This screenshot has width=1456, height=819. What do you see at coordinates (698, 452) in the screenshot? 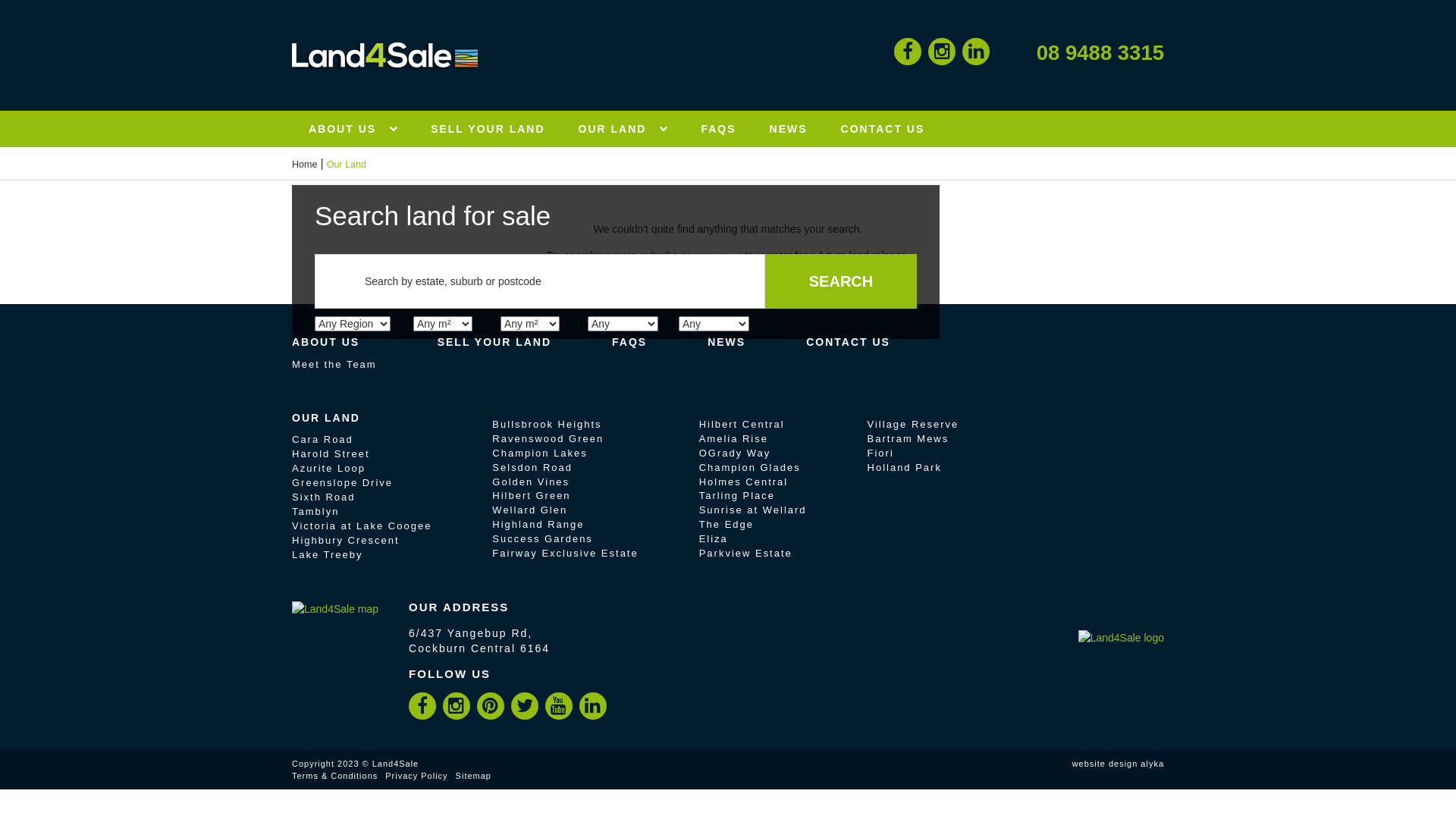
I see `'OGrady Way'` at bounding box center [698, 452].